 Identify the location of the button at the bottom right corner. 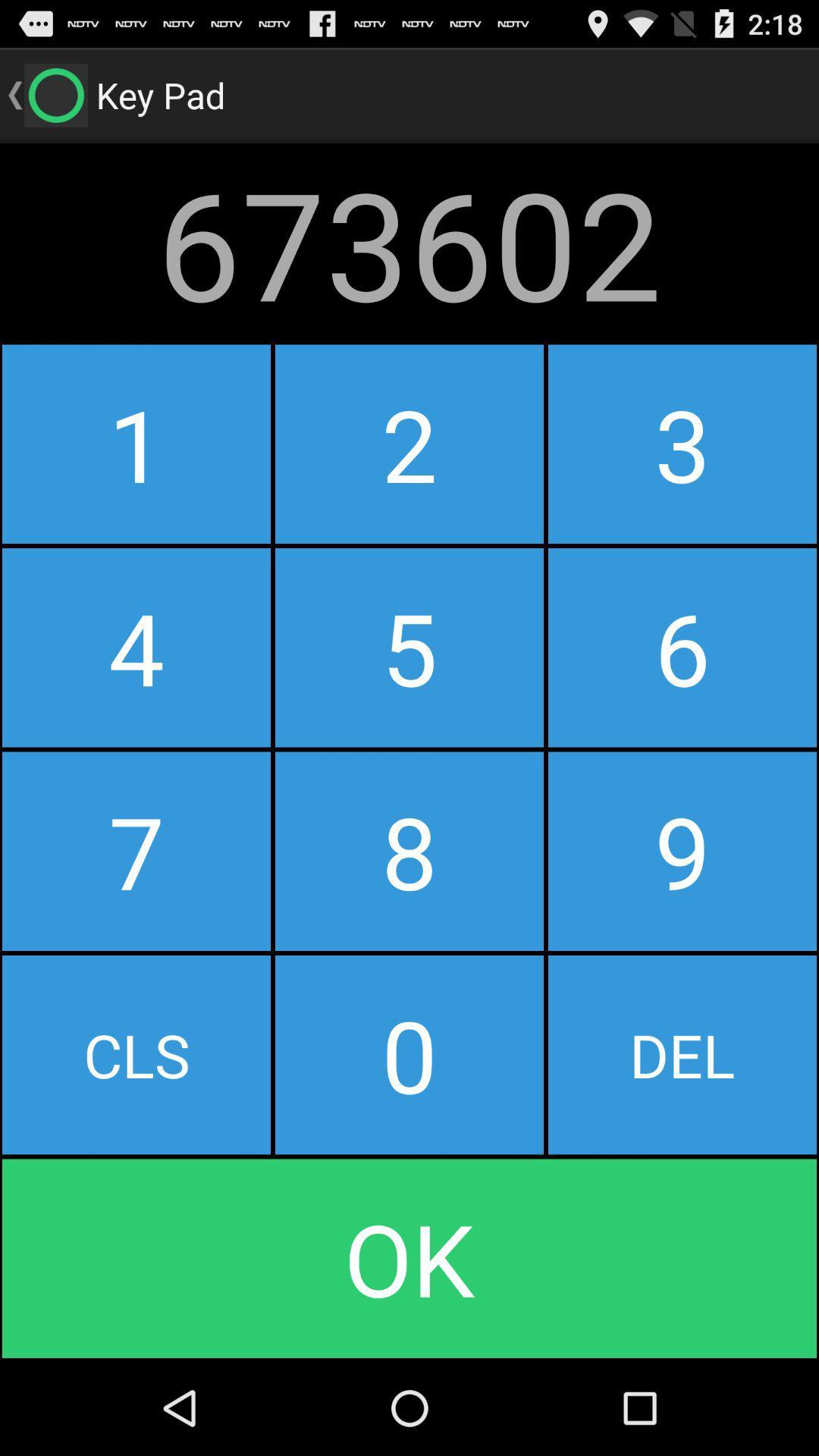
(681, 1054).